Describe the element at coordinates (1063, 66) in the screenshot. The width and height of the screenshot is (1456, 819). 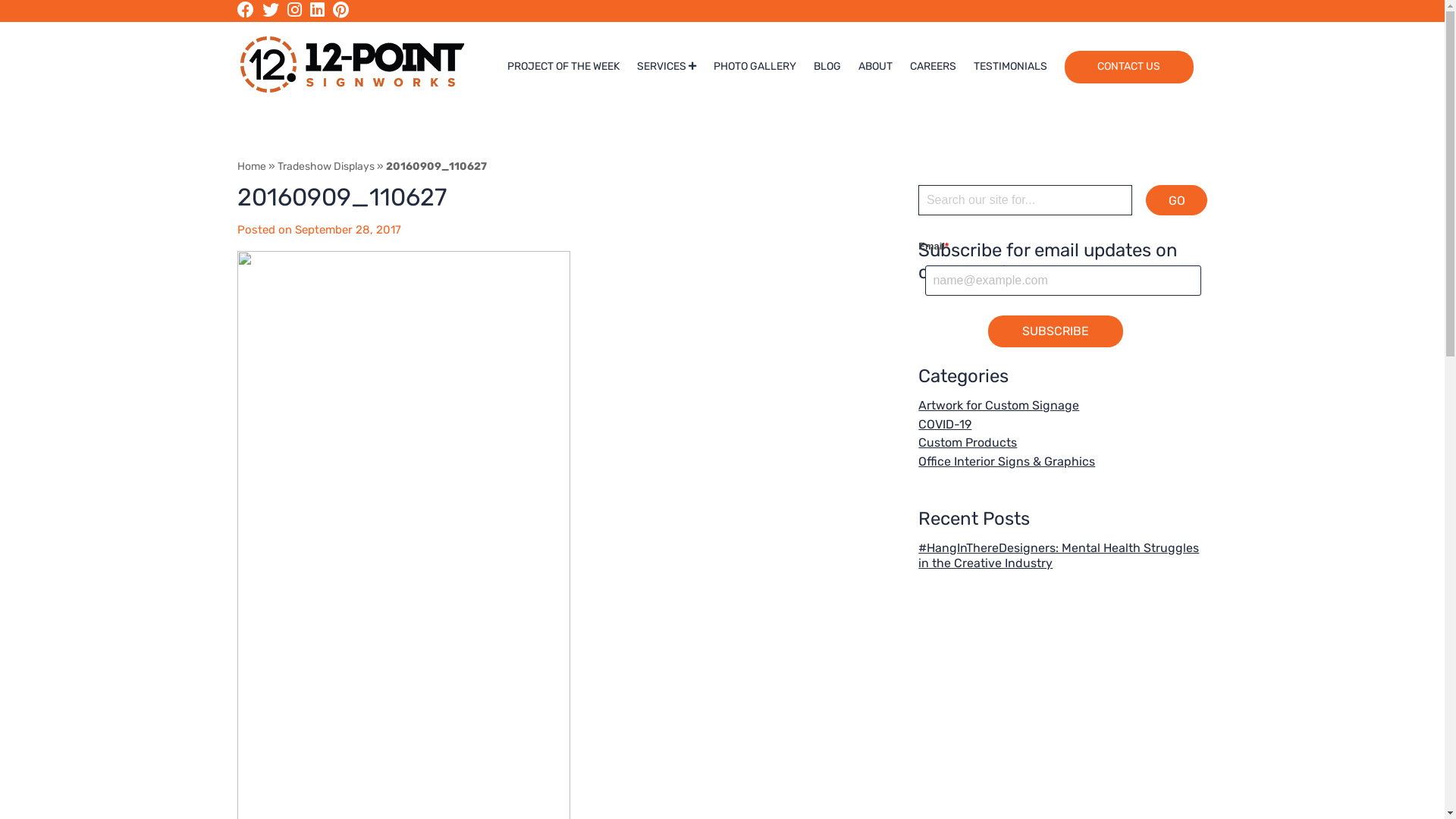
I see `'CONTACT US'` at that location.